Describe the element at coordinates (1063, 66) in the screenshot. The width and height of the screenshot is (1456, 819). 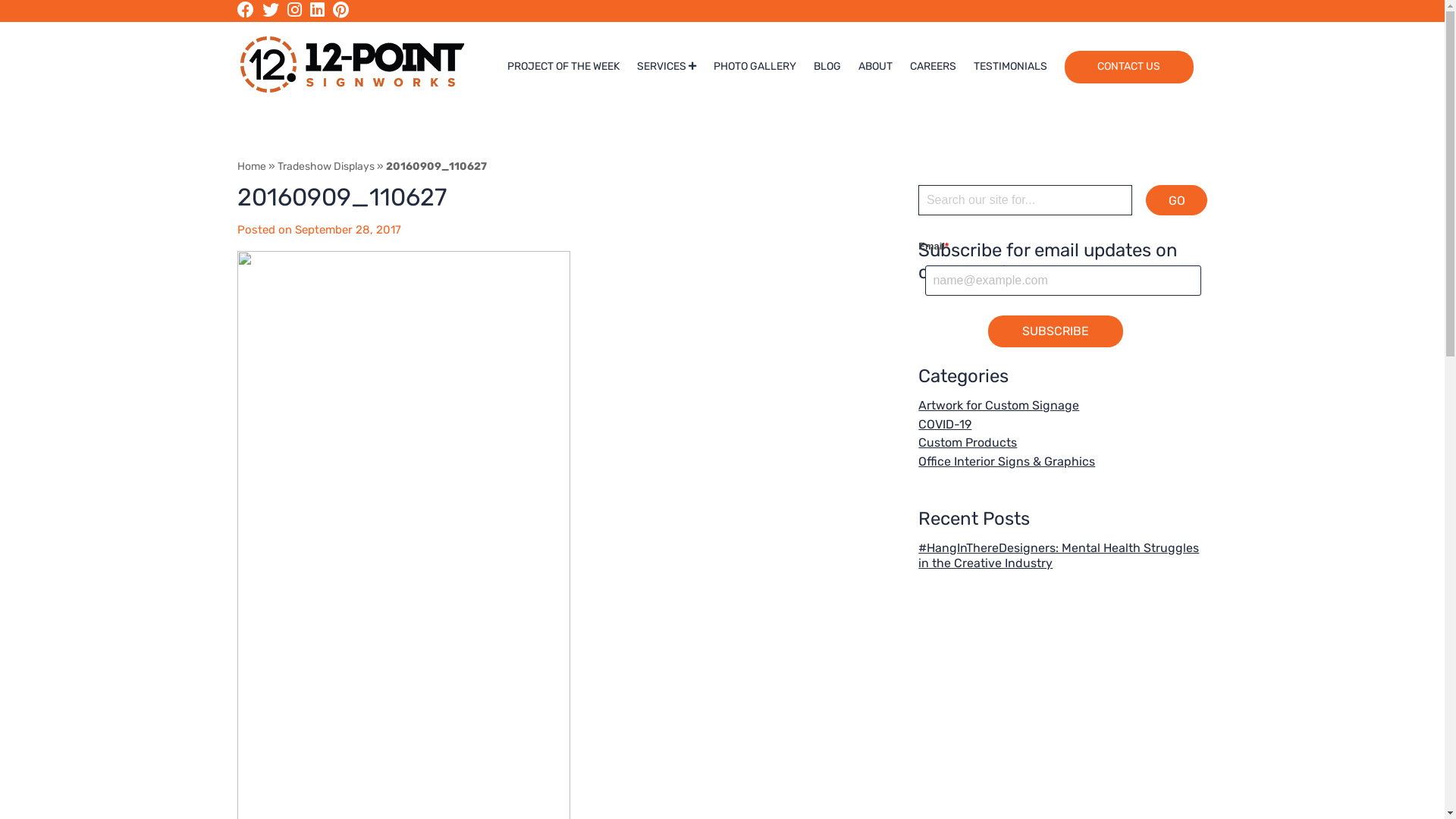
I see `'CONTACT US'` at that location.